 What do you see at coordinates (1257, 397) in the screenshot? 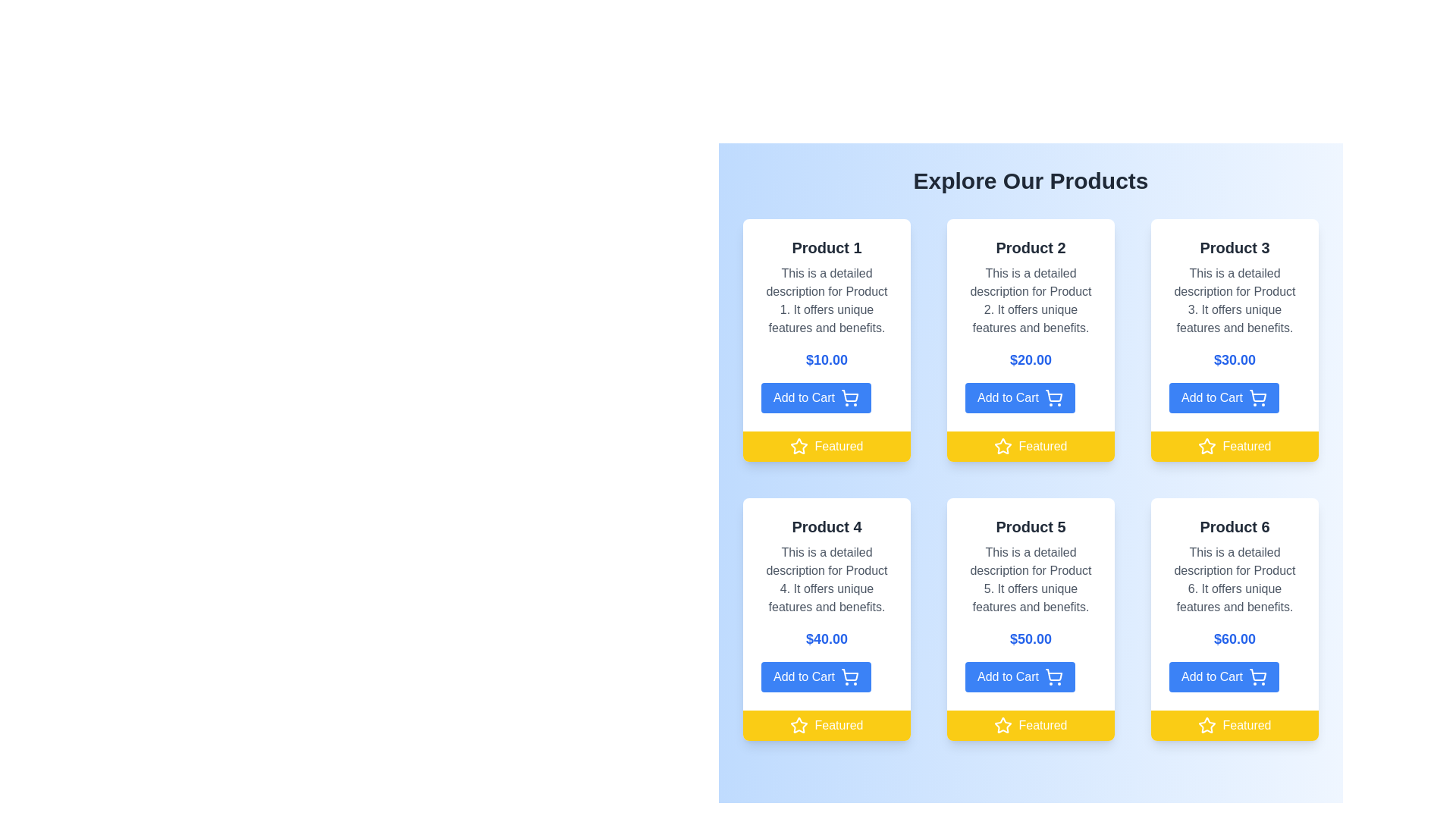
I see `the shopping cart icon inside the 'Add to Cart' button for Product 3, located in the top right section of the interface` at bounding box center [1257, 397].